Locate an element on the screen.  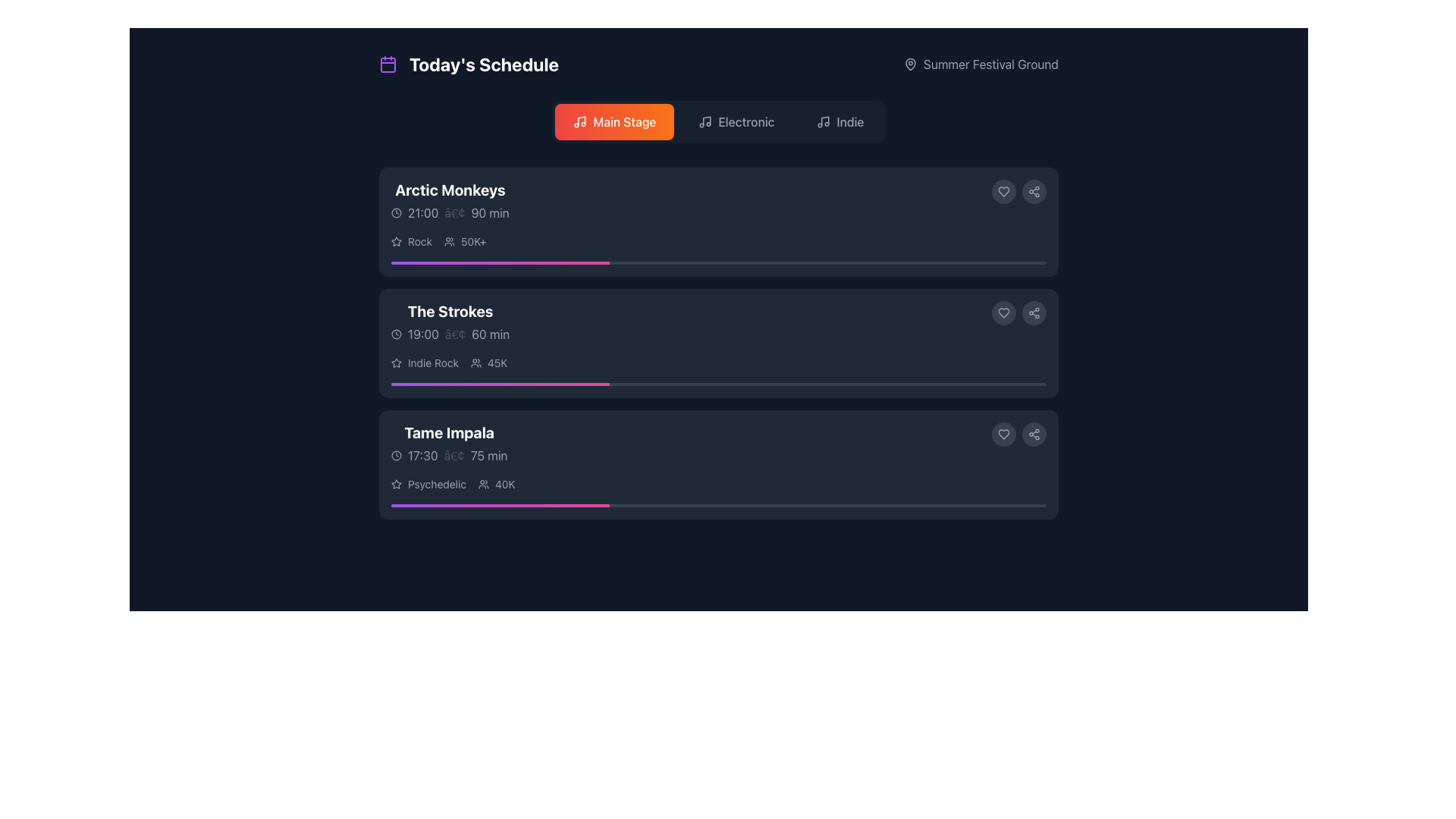
the 'Electronic' button with a music note icon, which is the second button in a row of three located below the title 'Today's Schedule' is located at coordinates (717, 121).